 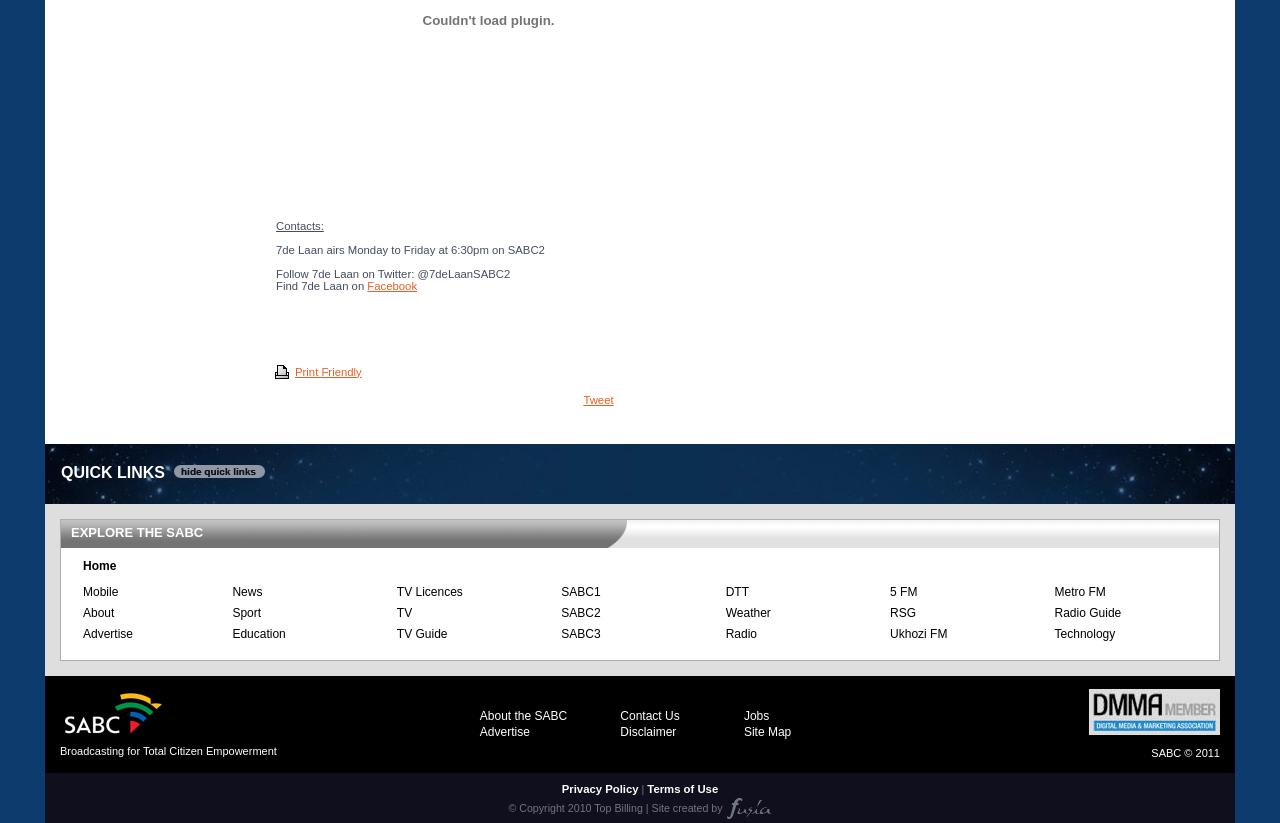 I want to click on 'Weather', so click(x=746, y=610).